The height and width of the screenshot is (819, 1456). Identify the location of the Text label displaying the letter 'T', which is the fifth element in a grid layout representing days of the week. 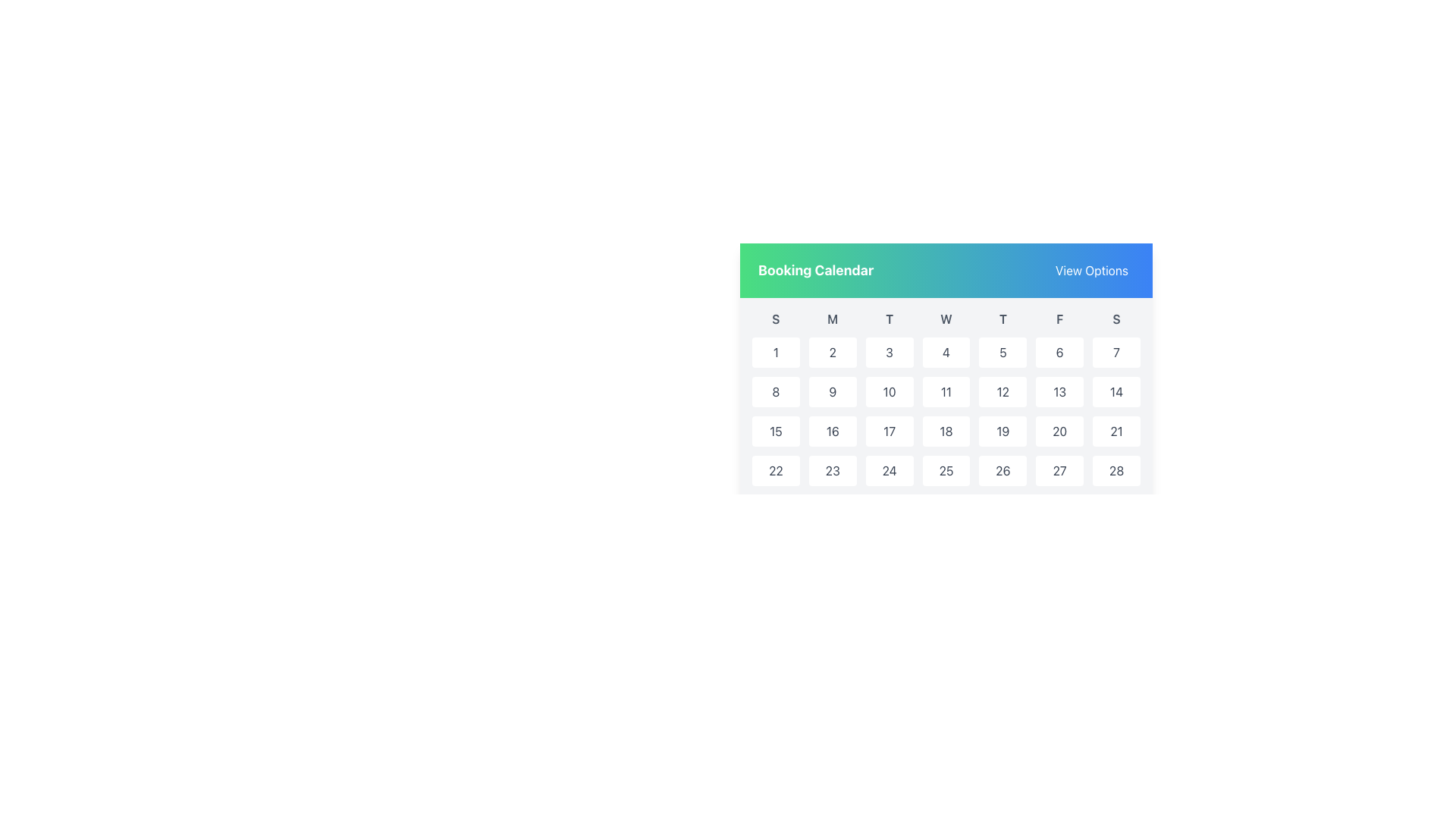
(1003, 318).